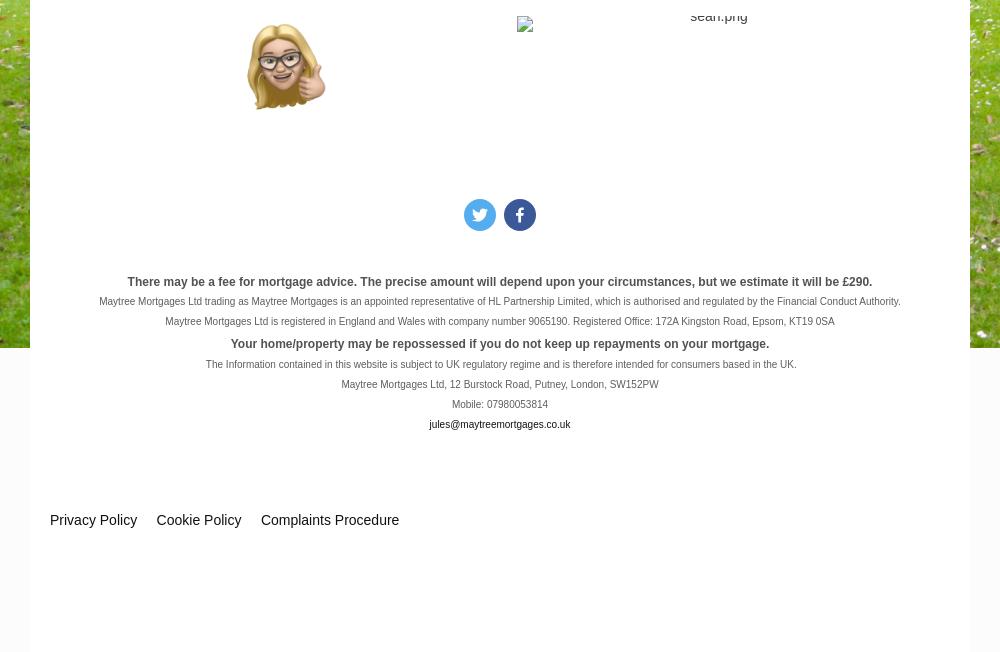 This screenshot has width=1000, height=652. What do you see at coordinates (498, 280) in the screenshot?
I see `'There may be a fee for mortgage advice. The precise amount will depend upon your circumstances, but we estimate it will be £290.'` at bounding box center [498, 280].